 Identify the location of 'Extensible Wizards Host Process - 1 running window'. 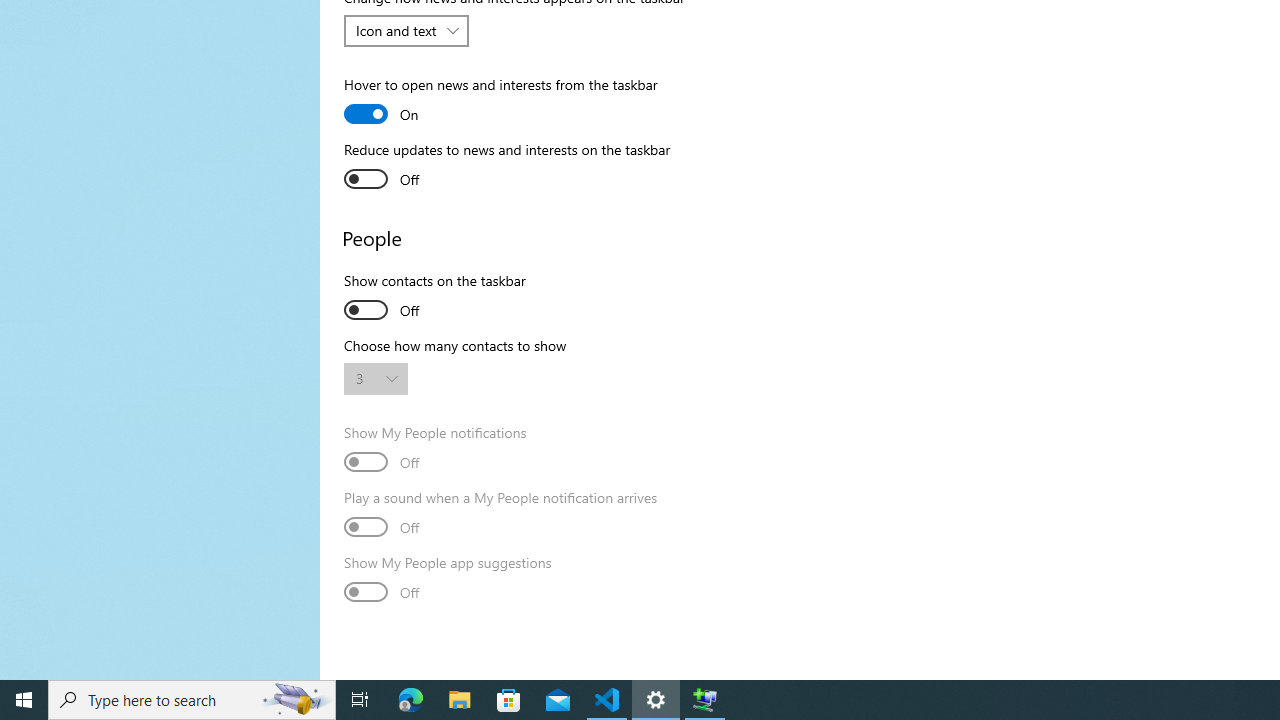
(705, 698).